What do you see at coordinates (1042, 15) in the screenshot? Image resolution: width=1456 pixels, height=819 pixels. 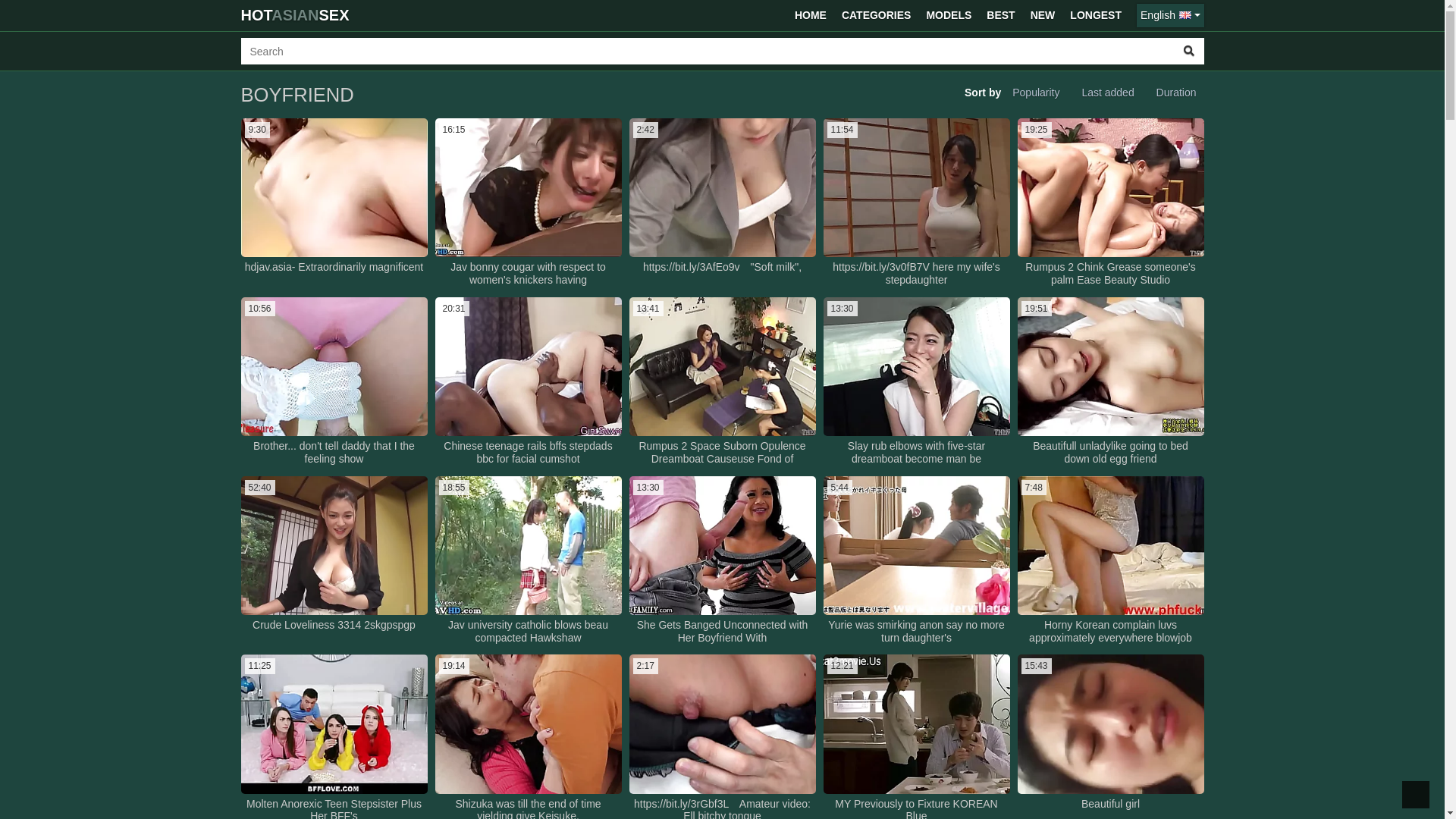 I see `'NEW'` at bounding box center [1042, 15].